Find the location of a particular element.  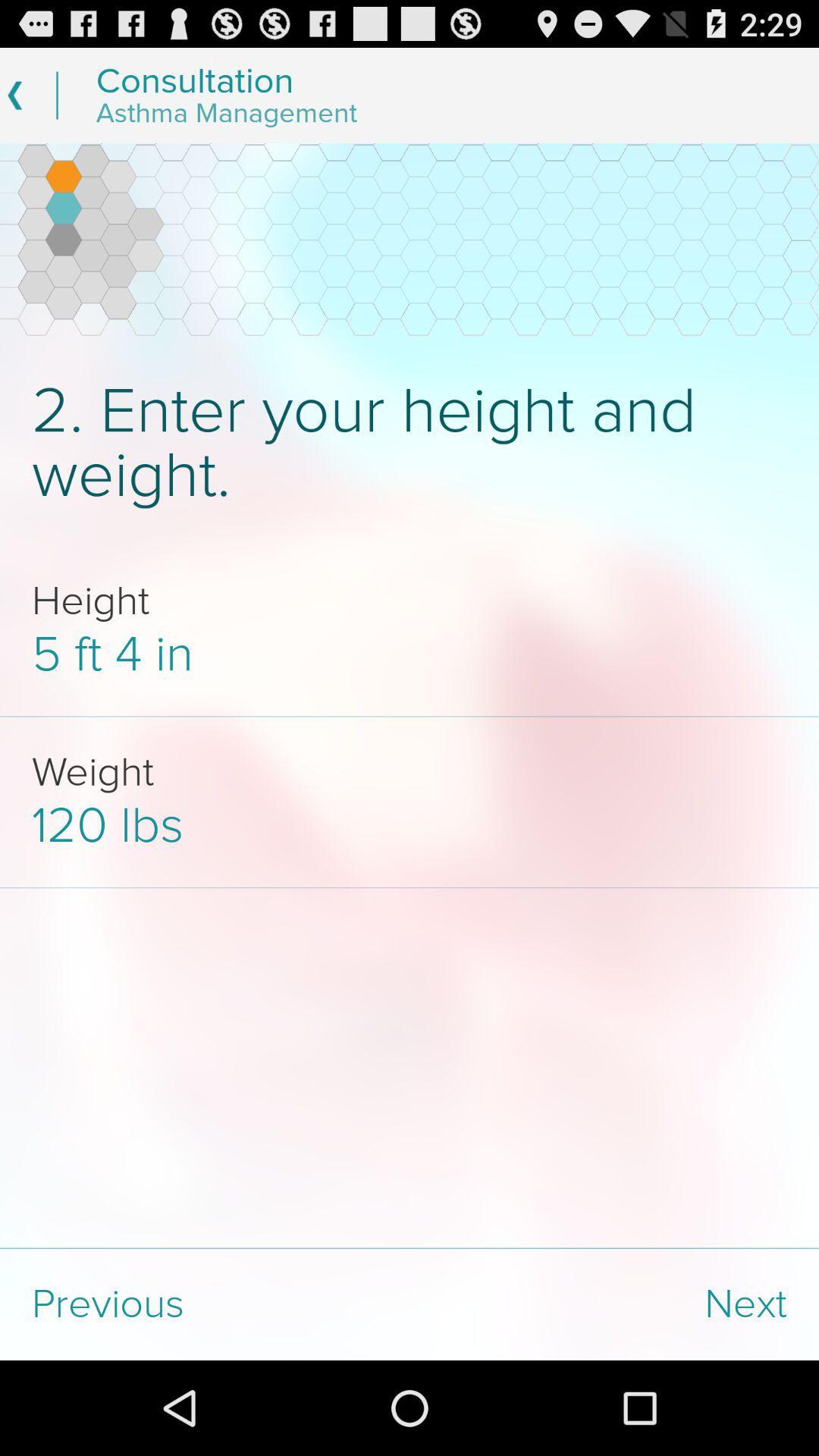

the 5 ft 4 icon is located at coordinates (409, 654).